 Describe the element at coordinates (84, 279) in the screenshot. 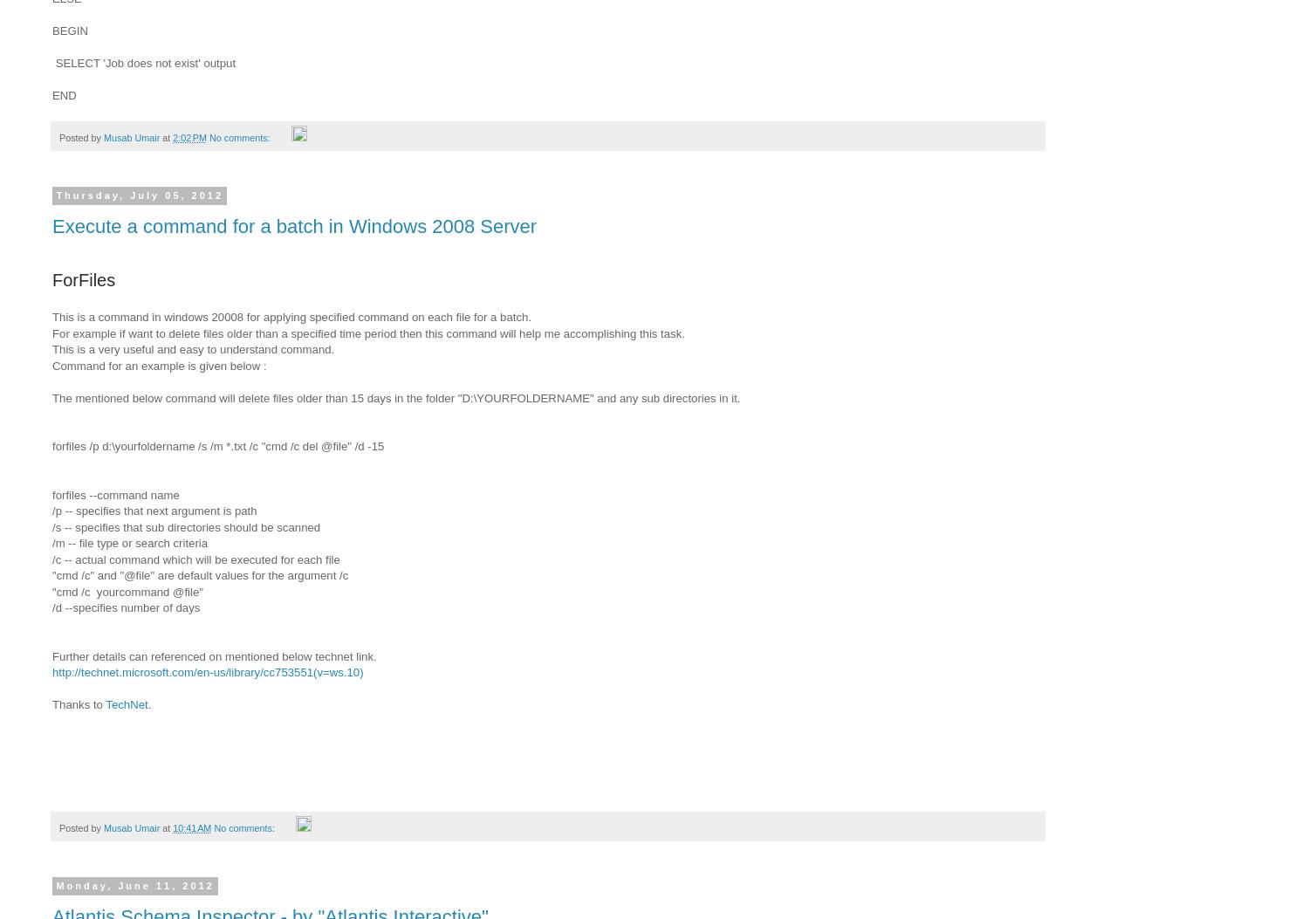

I see `'ForFiles'` at that location.